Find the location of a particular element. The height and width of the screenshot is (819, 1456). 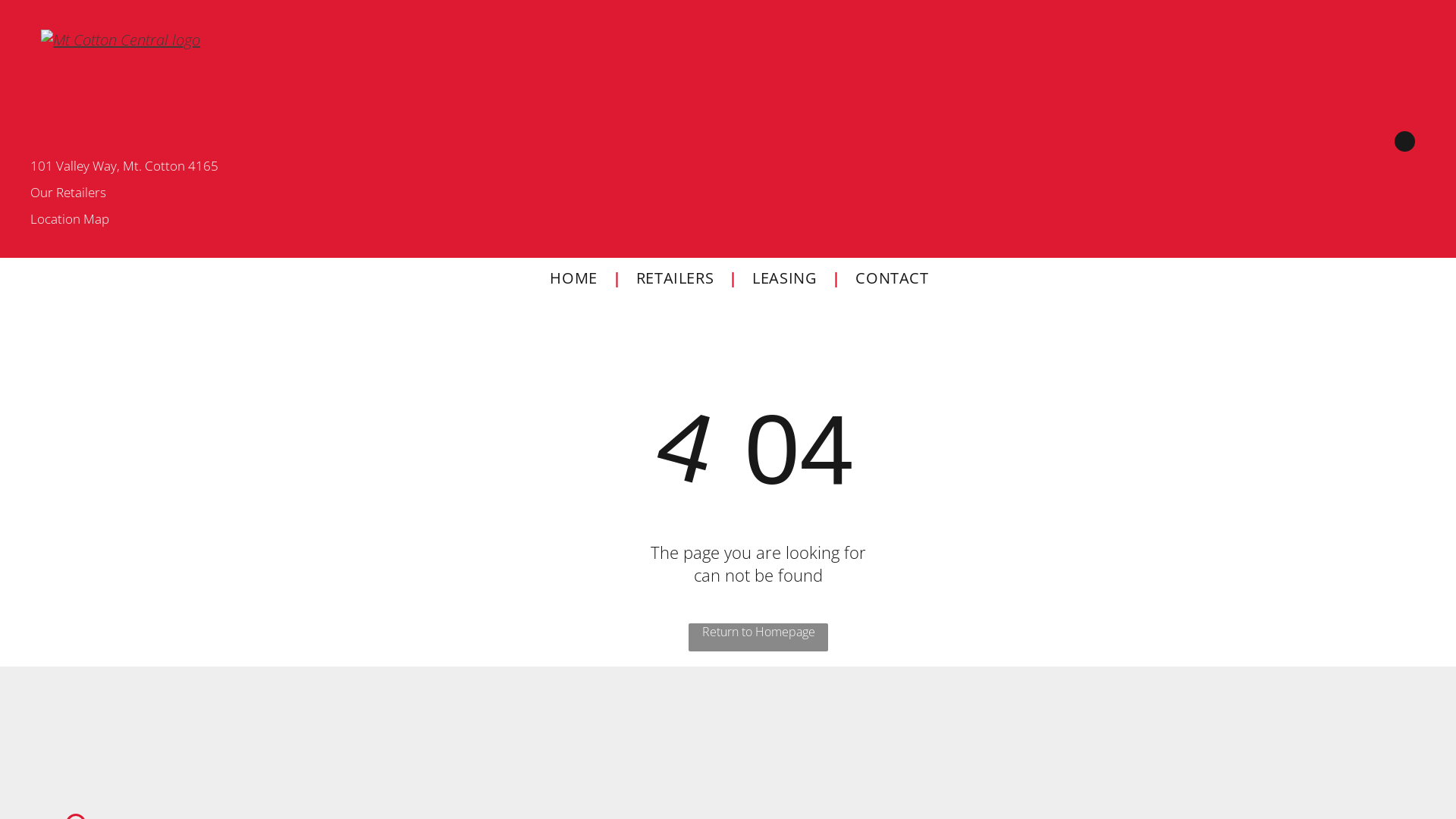

'CONTACT' is located at coordinates (892, 278).